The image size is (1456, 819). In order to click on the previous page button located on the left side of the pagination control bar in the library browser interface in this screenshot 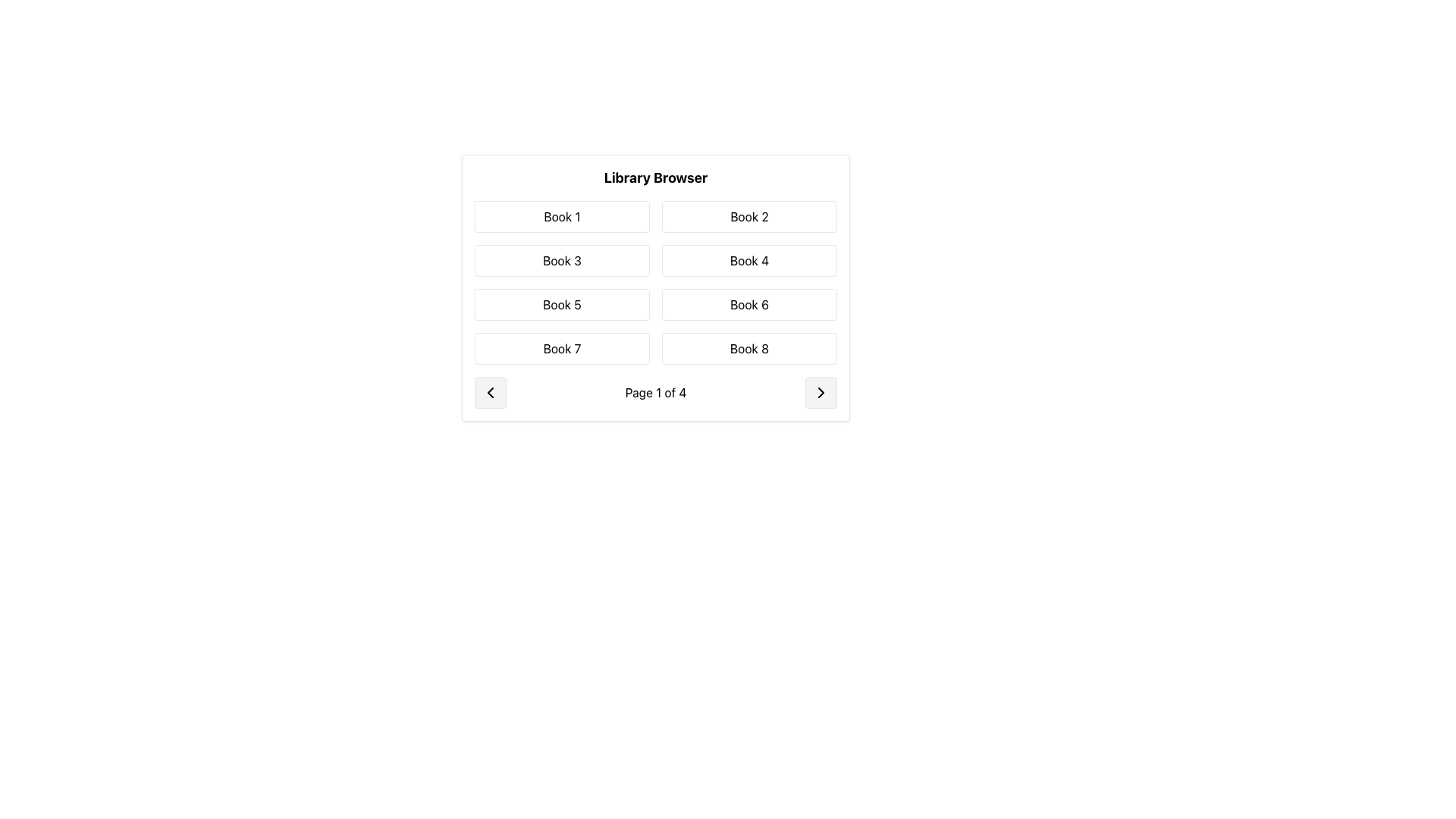, I will do `click(491, 391)`.